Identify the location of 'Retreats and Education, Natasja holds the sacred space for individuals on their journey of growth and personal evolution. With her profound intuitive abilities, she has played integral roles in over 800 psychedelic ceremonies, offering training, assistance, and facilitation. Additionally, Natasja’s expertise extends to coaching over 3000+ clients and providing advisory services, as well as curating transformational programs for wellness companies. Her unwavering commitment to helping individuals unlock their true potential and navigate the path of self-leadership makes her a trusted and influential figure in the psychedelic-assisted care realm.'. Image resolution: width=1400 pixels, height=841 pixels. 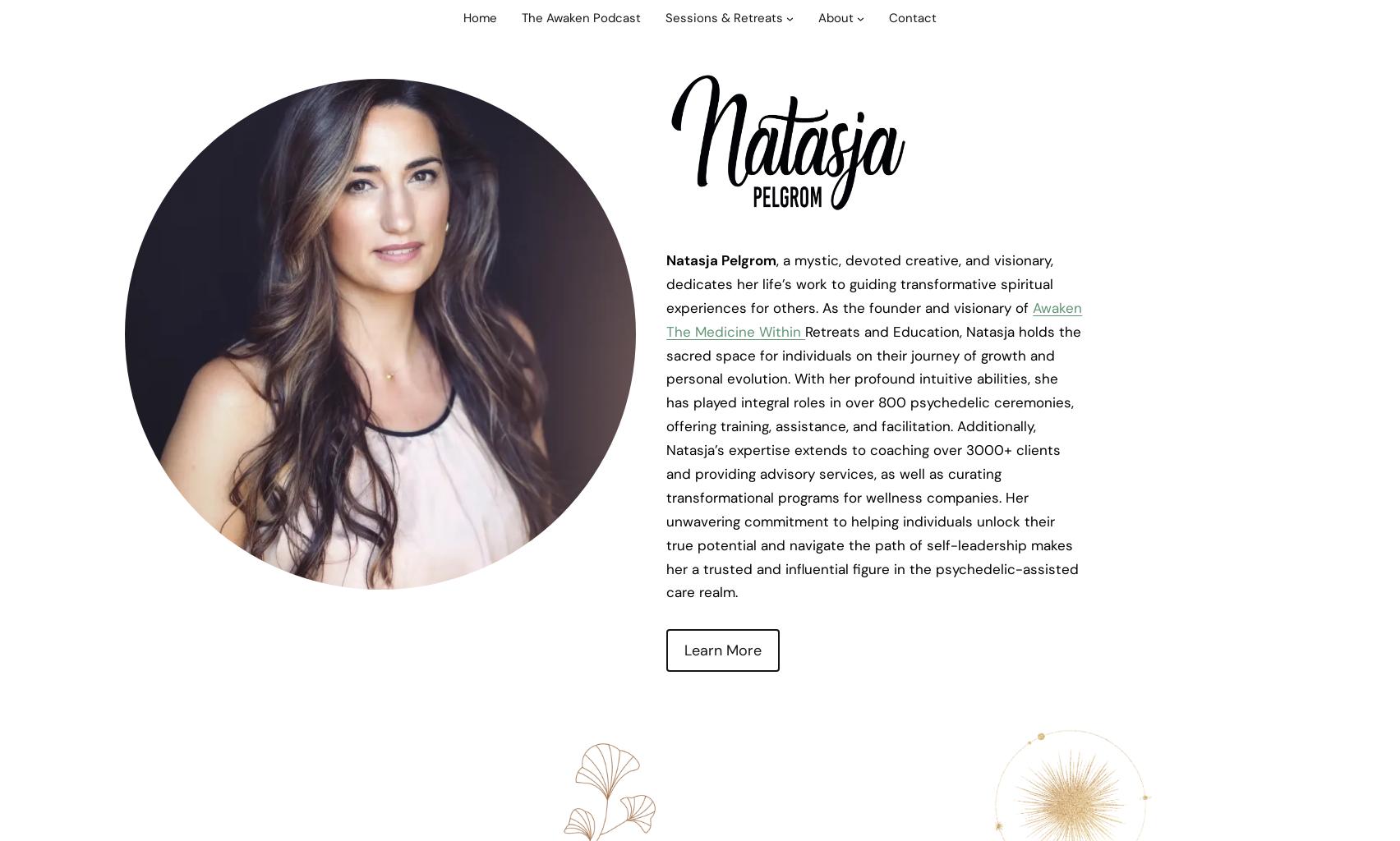
(873, 460).